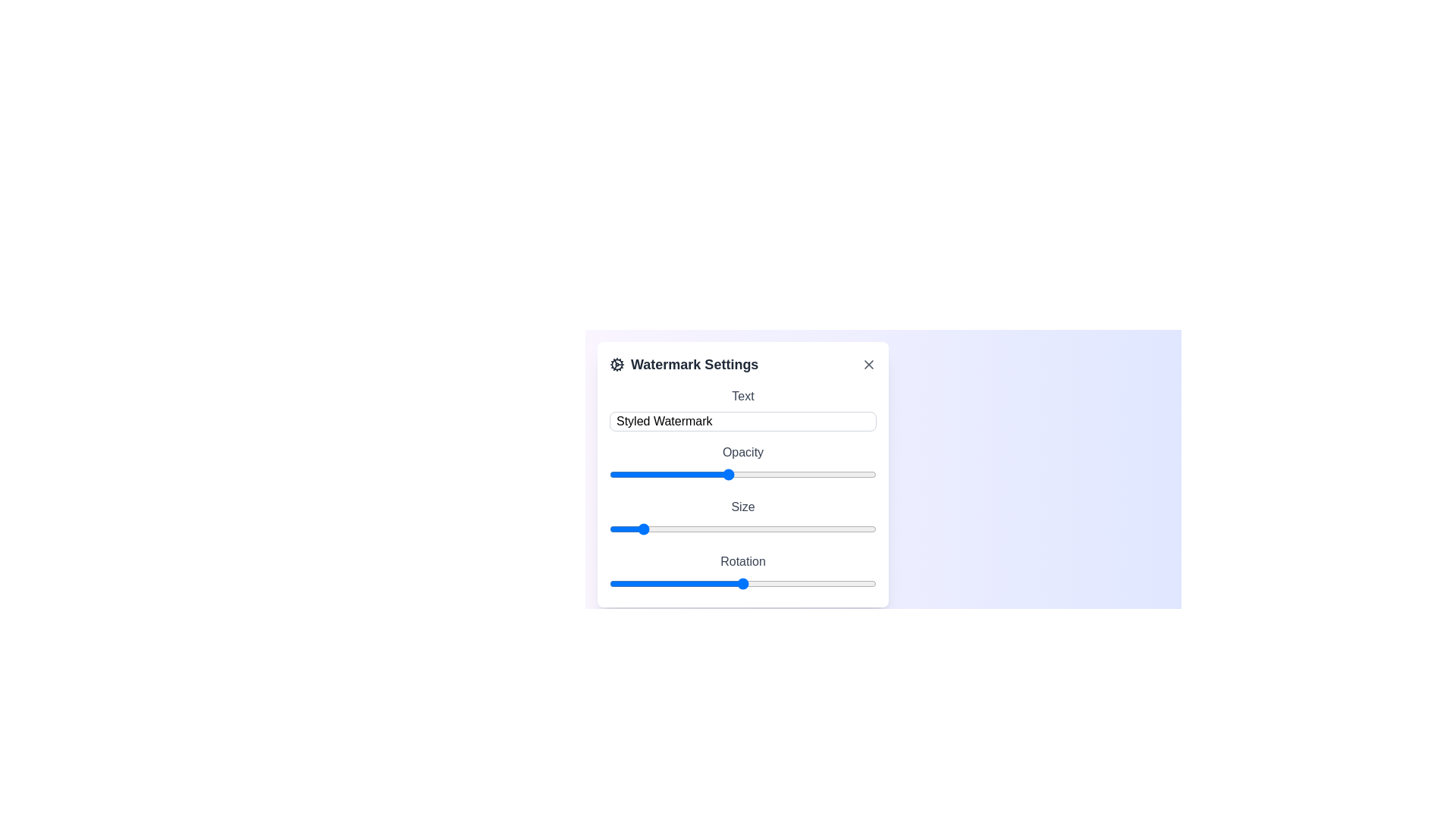 The width and height of the screenshot is (1456, 819). I want to click on the circular cog hole icon in the top-left of the Watermark Settings panel, which is light gray and part of a larger cogwheel design, so click(617, 365).